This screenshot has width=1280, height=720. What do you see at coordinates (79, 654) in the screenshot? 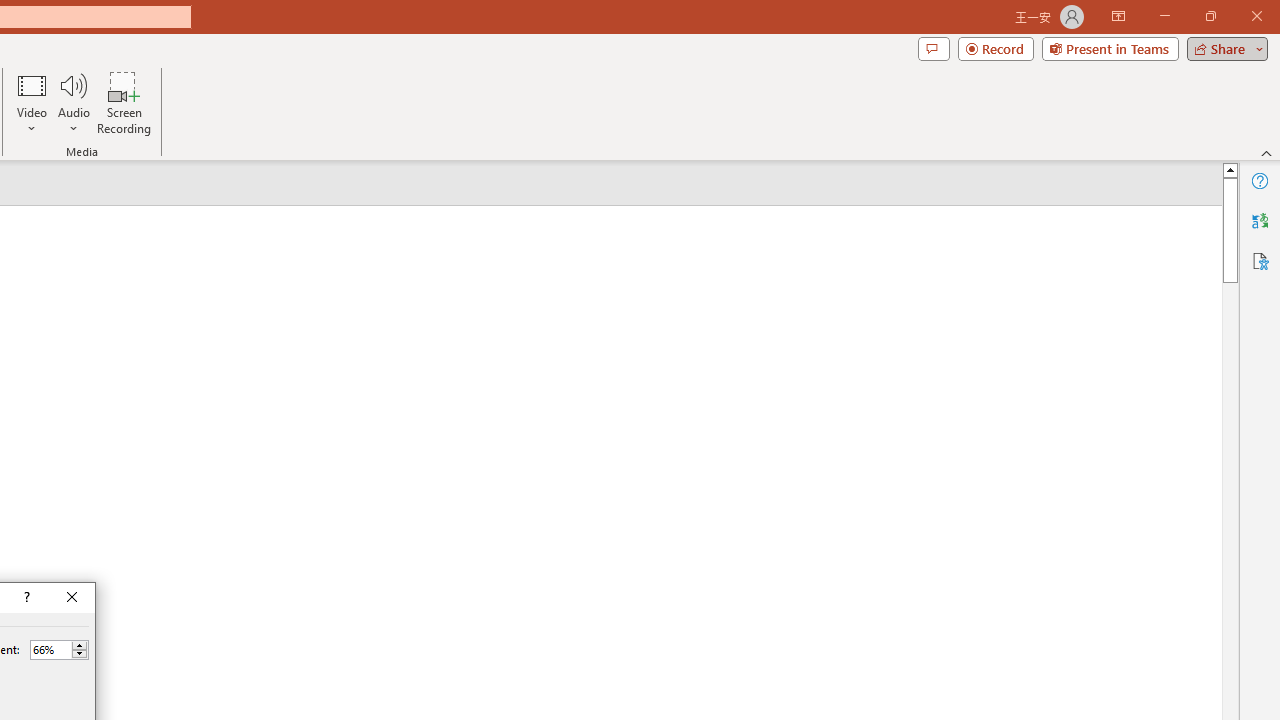
I see `'Less'` at bounding box center [79, 654].